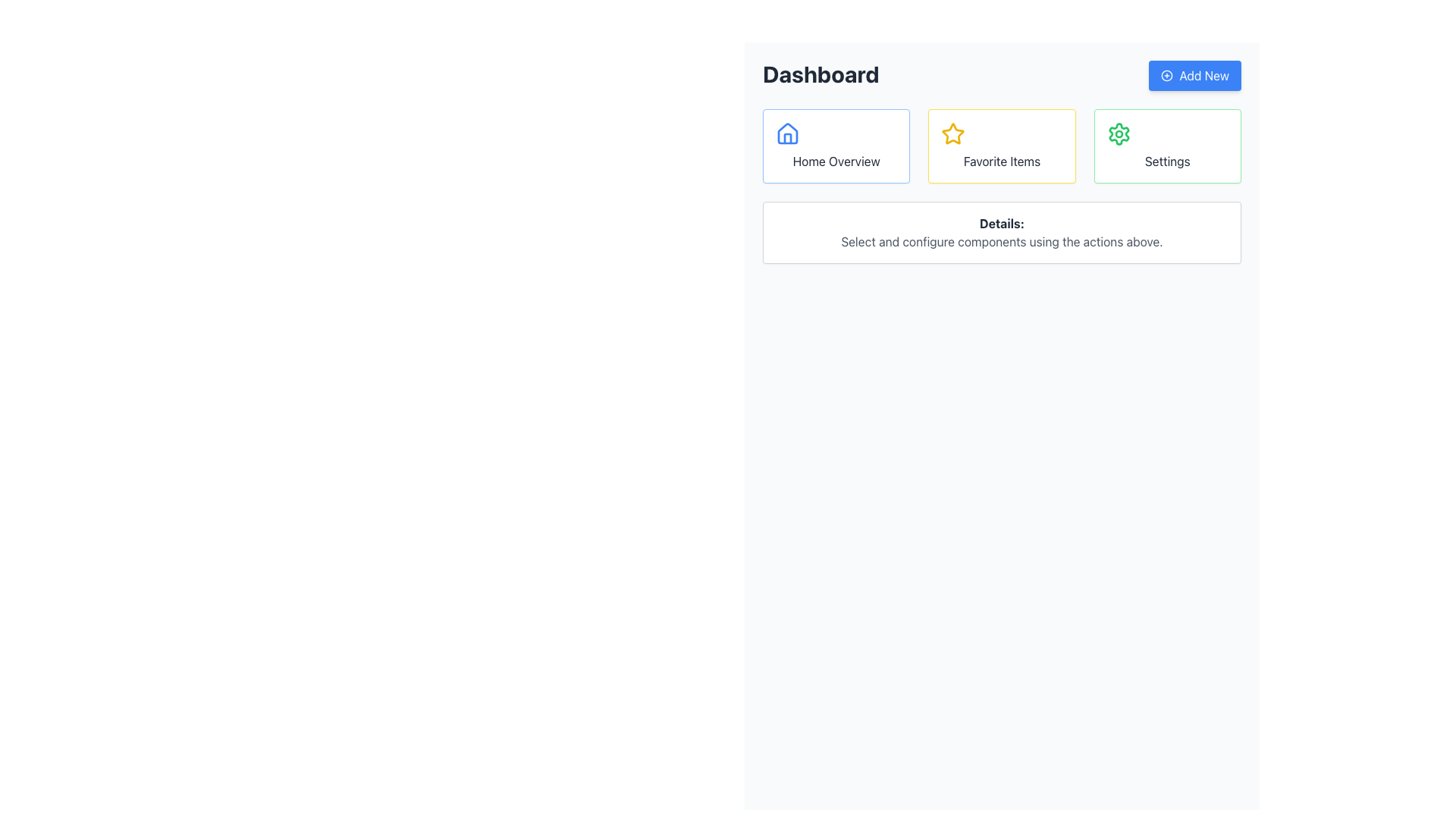  What do you see at coordinates (836, 161) in the screenshot?
I see `the 'Home Overview' text label, which is displayed in gray color within a white rectangular card, located at the bottom of the leftmost card under the 'Dashboard' heading` at bounding box center [836, 161].